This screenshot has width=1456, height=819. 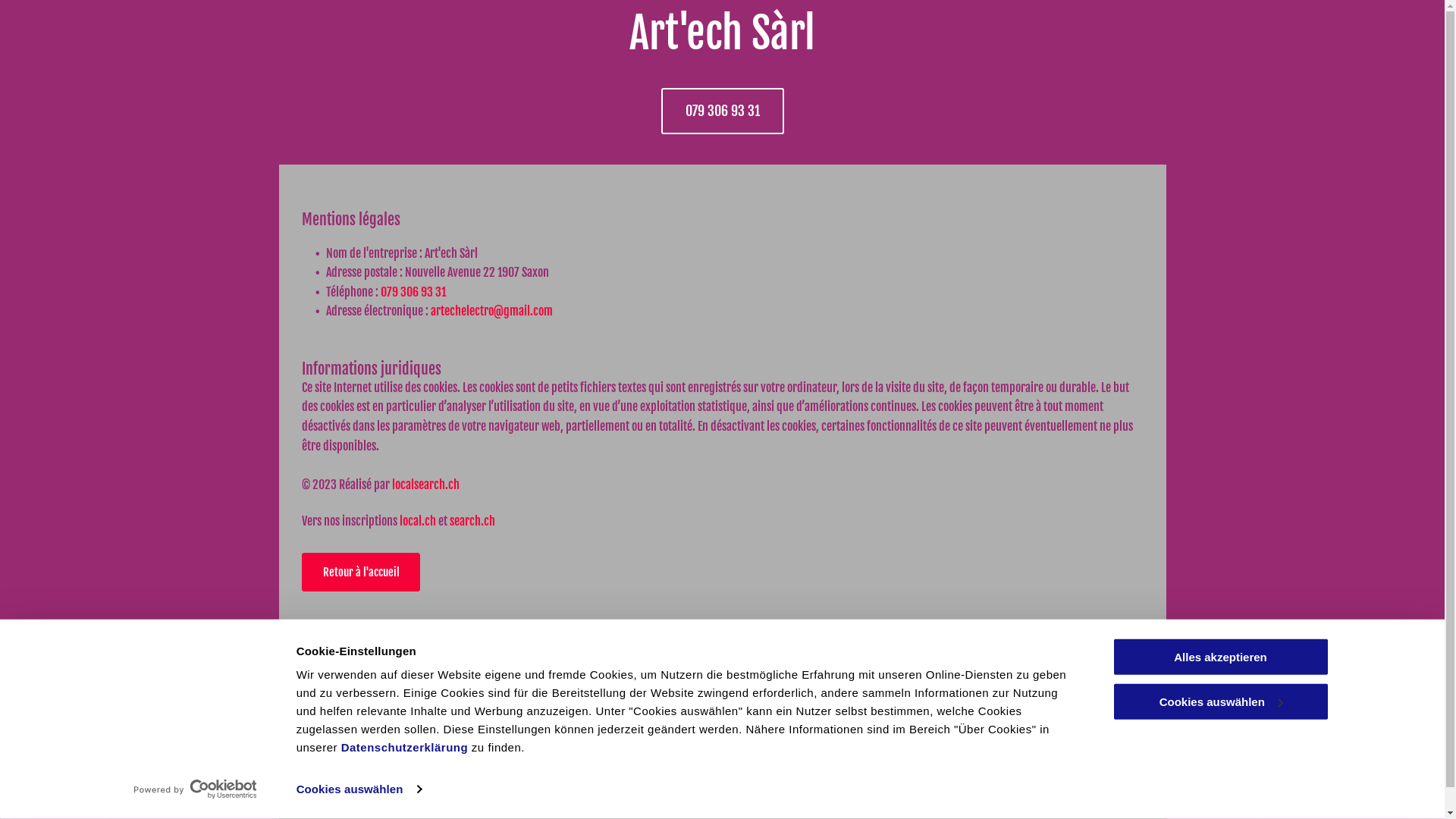 I want to click on 'Alles akzeptieren', so click(x=1219, y=656).